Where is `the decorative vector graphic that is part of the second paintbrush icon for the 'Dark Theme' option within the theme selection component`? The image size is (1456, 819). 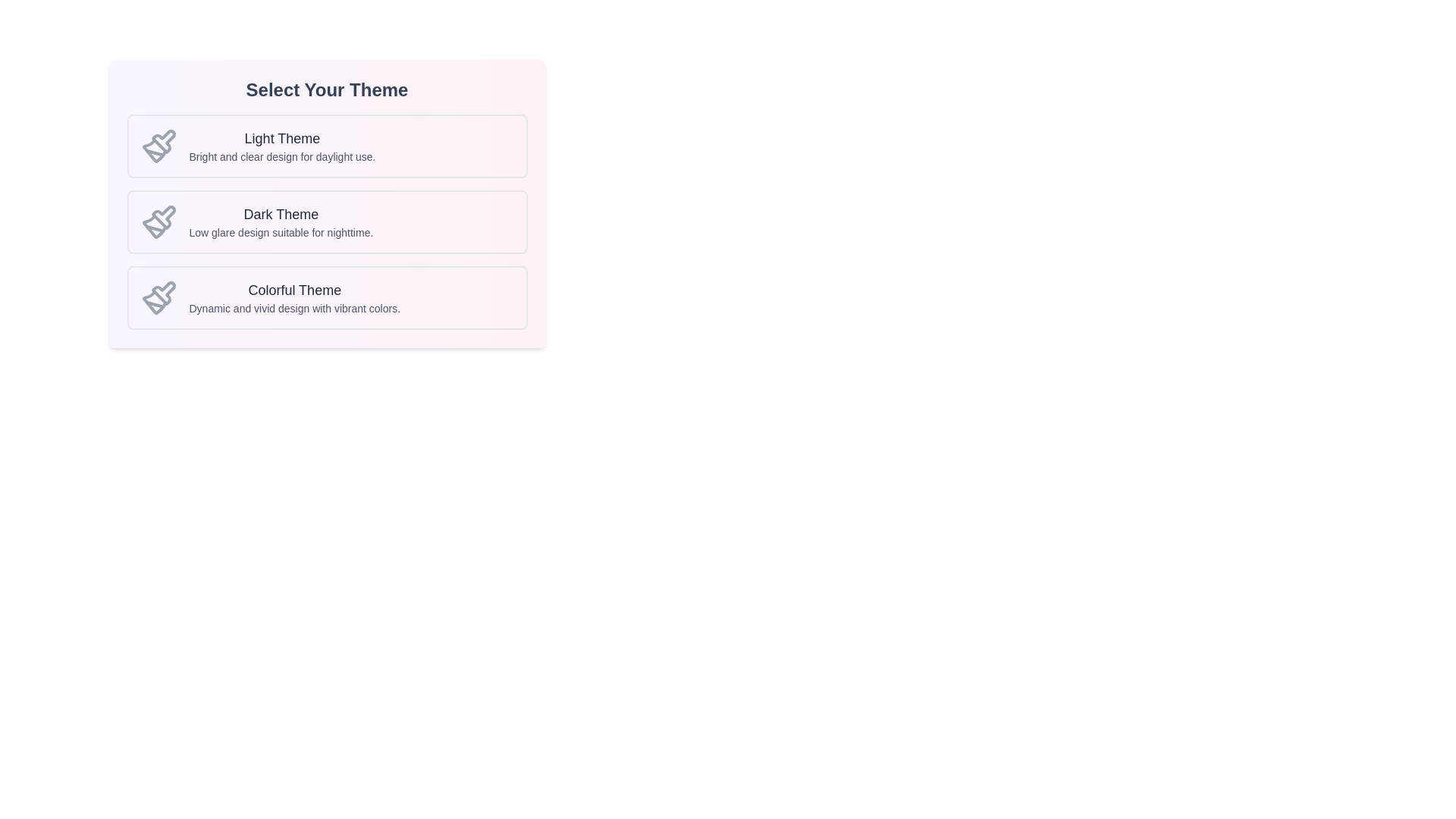 the decorative vector graphic that is part of the second paintbrush icon for the 'Dark Theme' option within the theme selection component is located at coordinates (155, 228).